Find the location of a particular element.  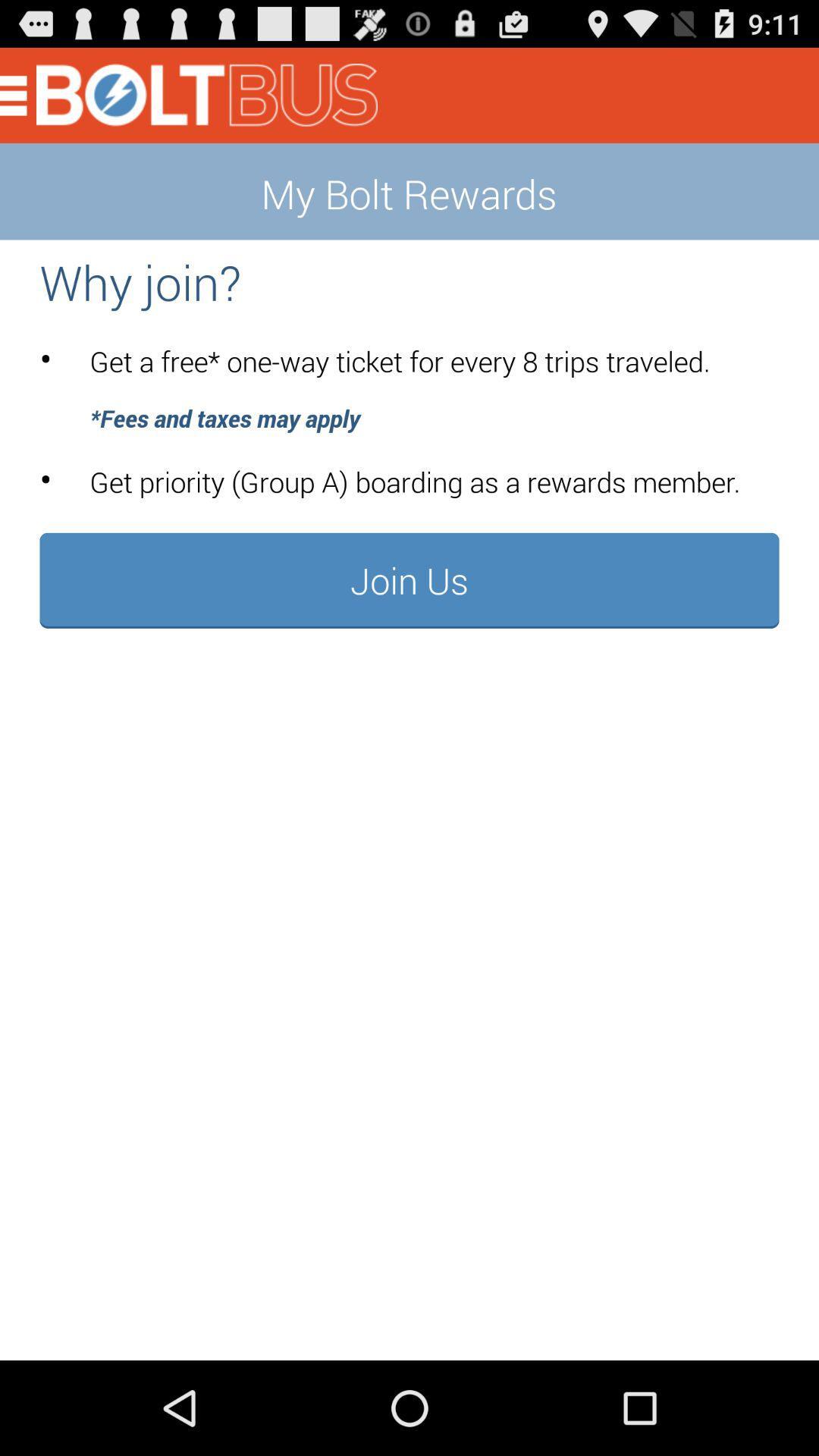

button at the center is located at coordinates (409, 579).